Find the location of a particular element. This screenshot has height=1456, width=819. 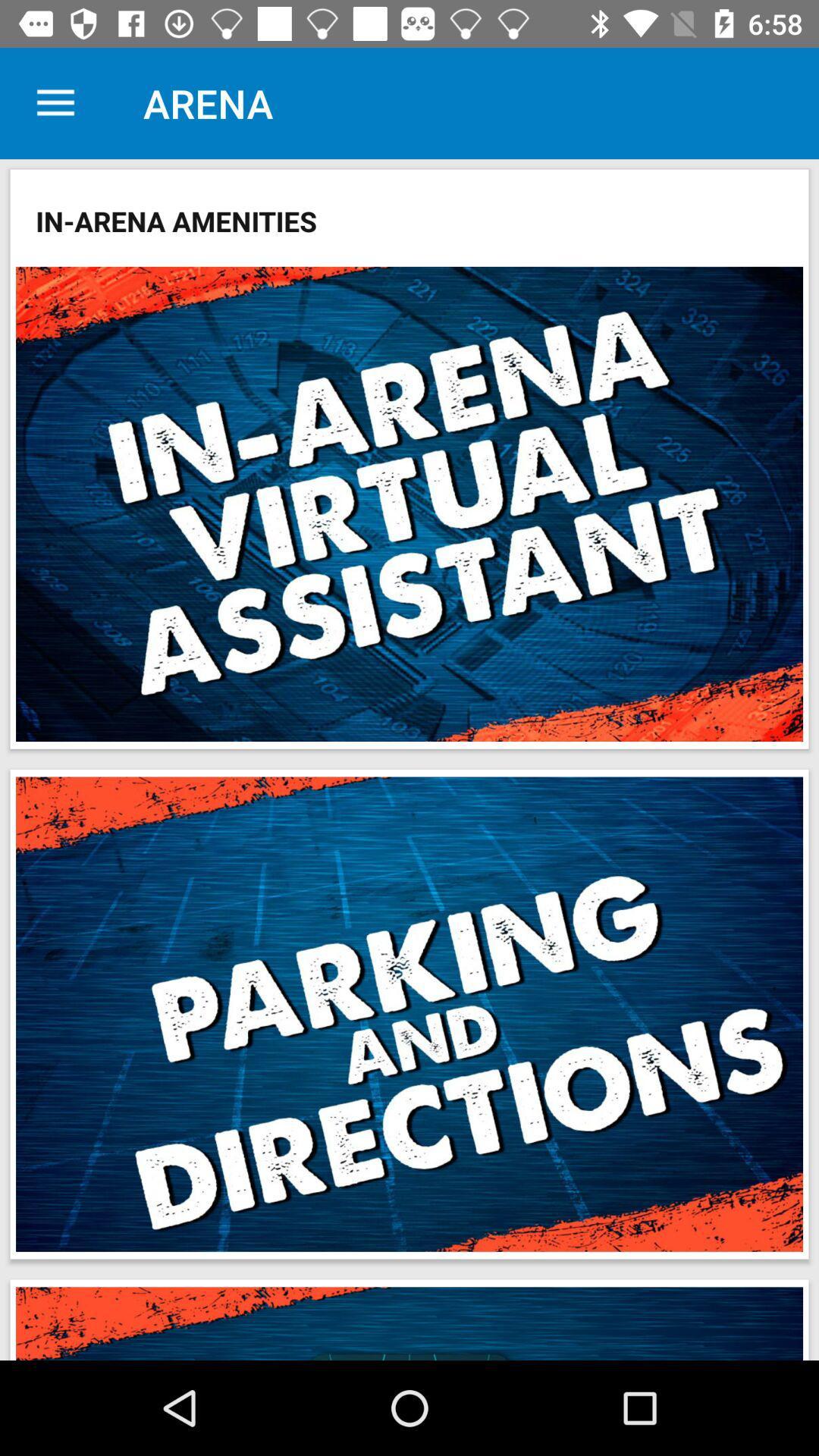

the icon to the left of the arena icon is located at coordinates (55, 102).